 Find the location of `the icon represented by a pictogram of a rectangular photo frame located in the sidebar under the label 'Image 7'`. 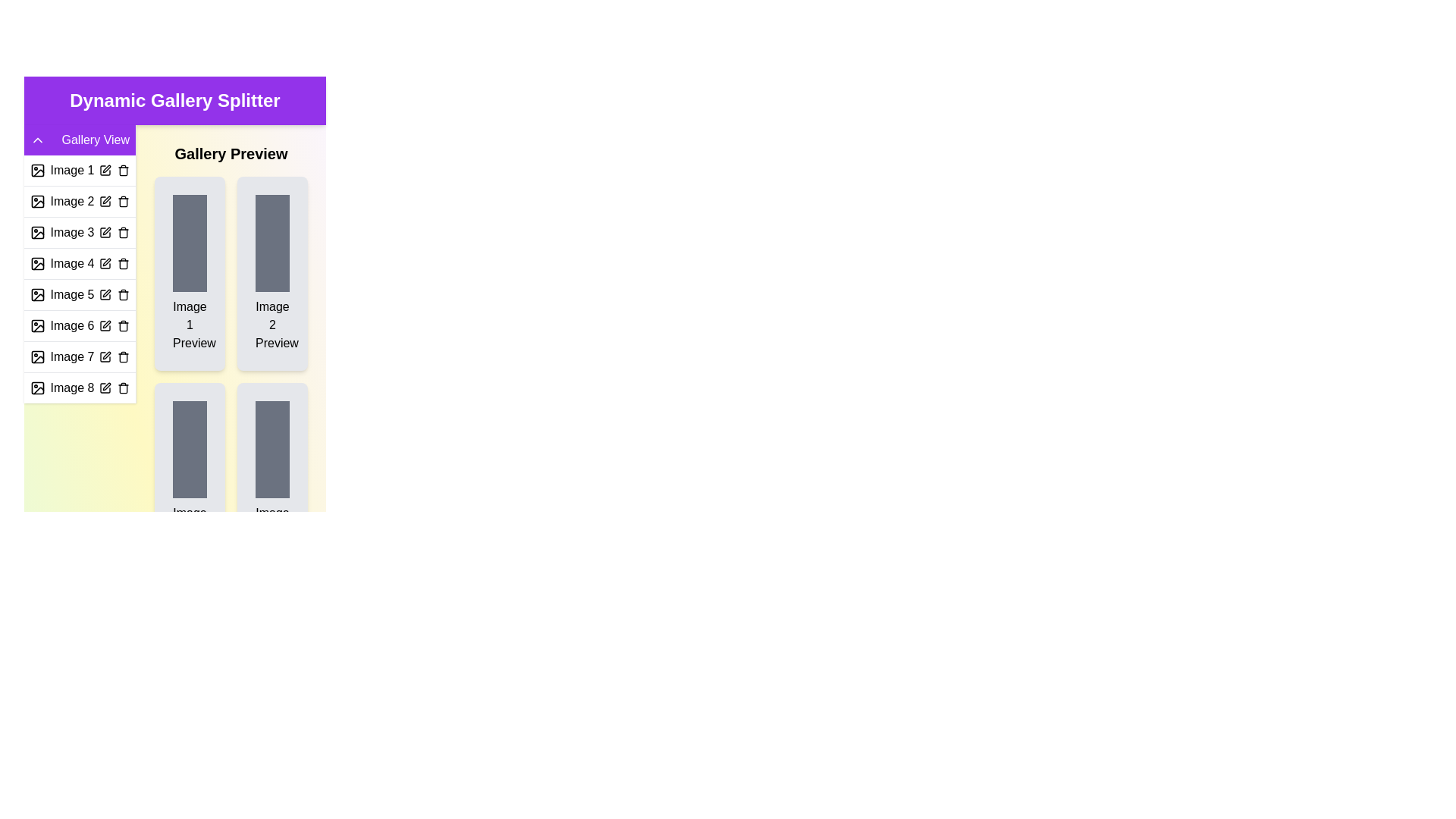

the icon represented by a pictogram of a rectangular photo frame located in the sidebar under the label 'Image 7' is located at coordinates (37, 356).